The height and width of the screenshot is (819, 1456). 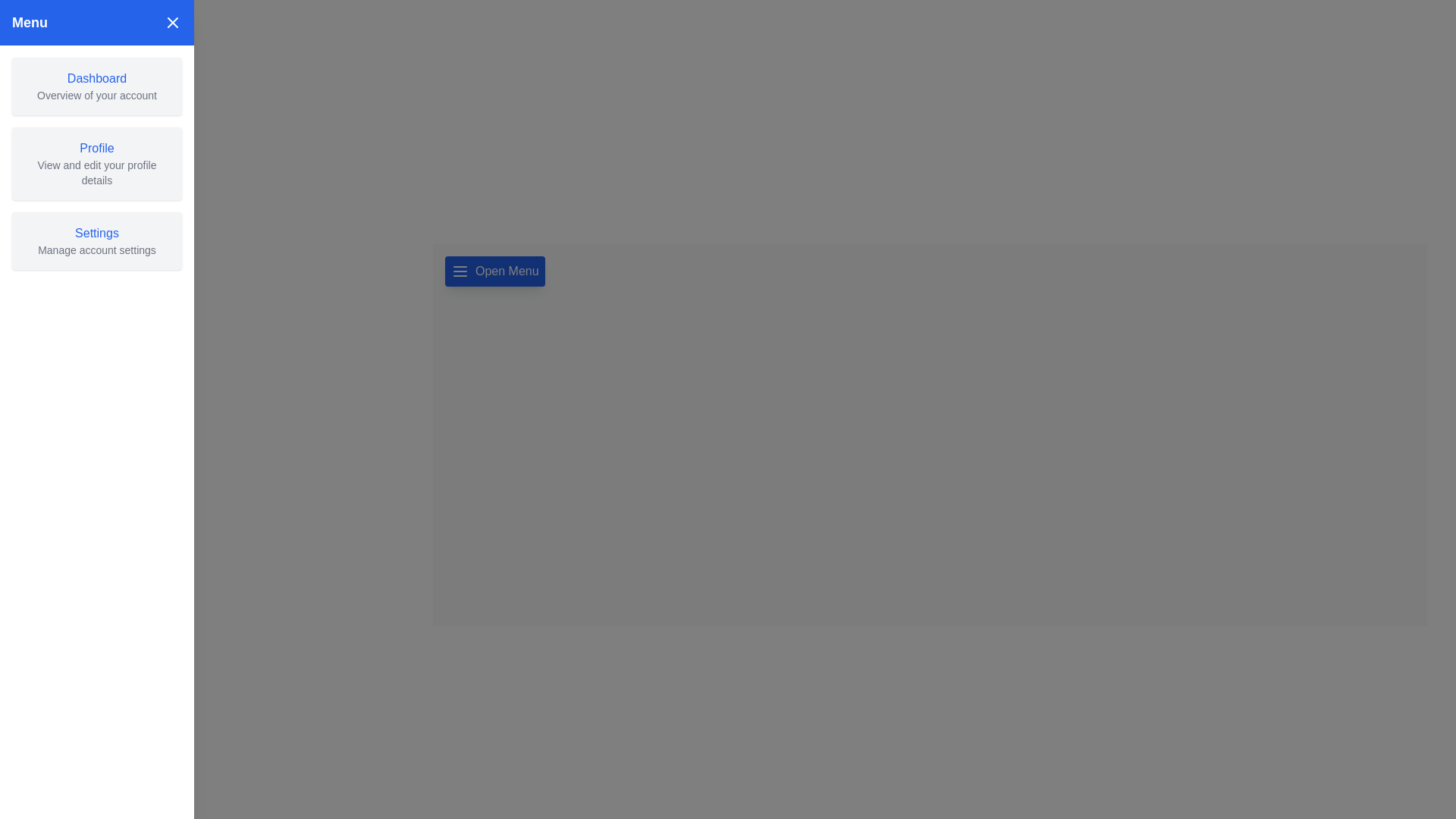 I want to click on the 'Settings' button-like menu item, so click(x=96, y=240).